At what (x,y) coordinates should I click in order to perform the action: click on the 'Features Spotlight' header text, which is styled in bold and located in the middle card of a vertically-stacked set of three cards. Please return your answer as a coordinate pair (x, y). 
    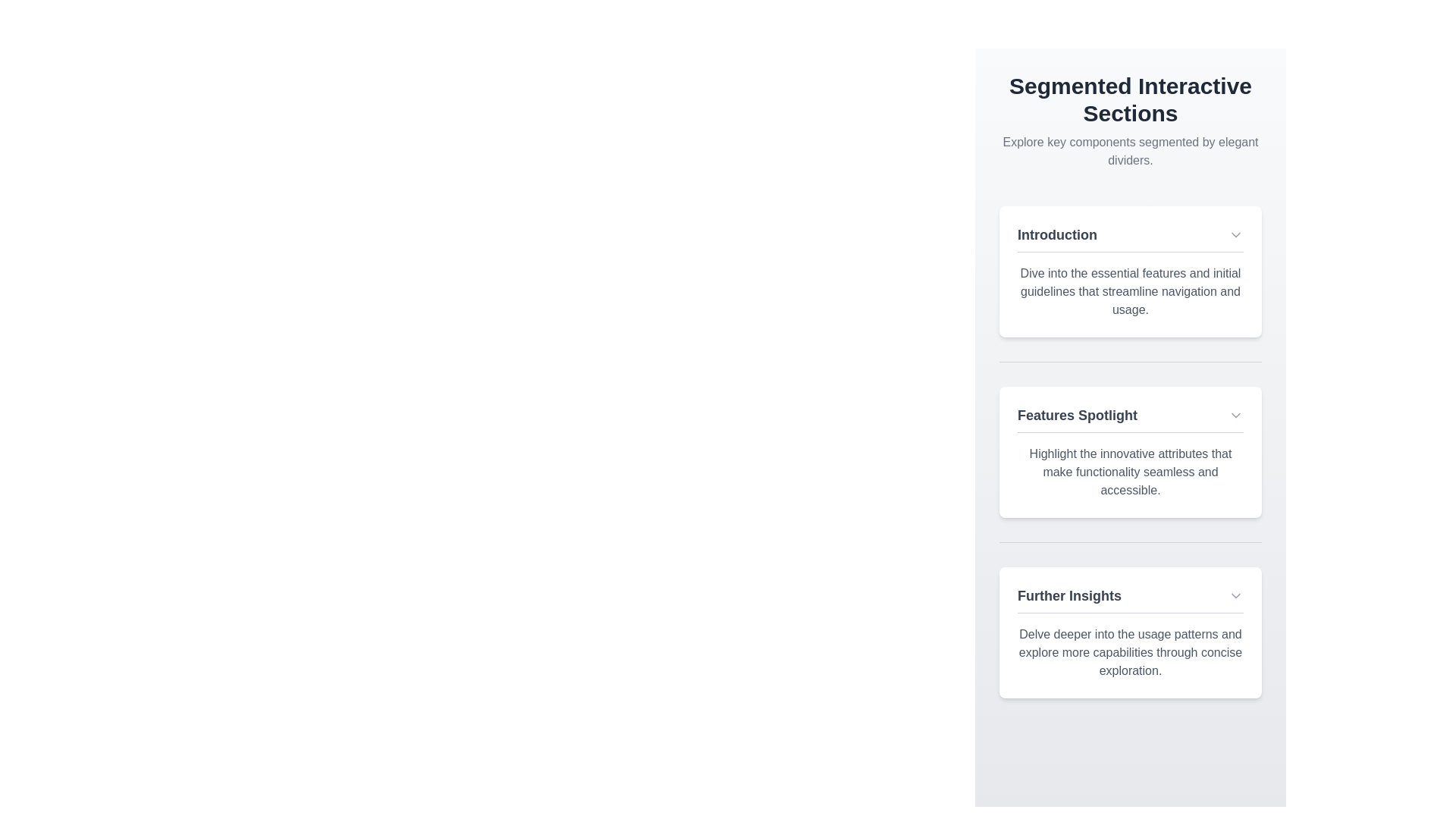
    Looking at the image, I should click on (1131, 419).